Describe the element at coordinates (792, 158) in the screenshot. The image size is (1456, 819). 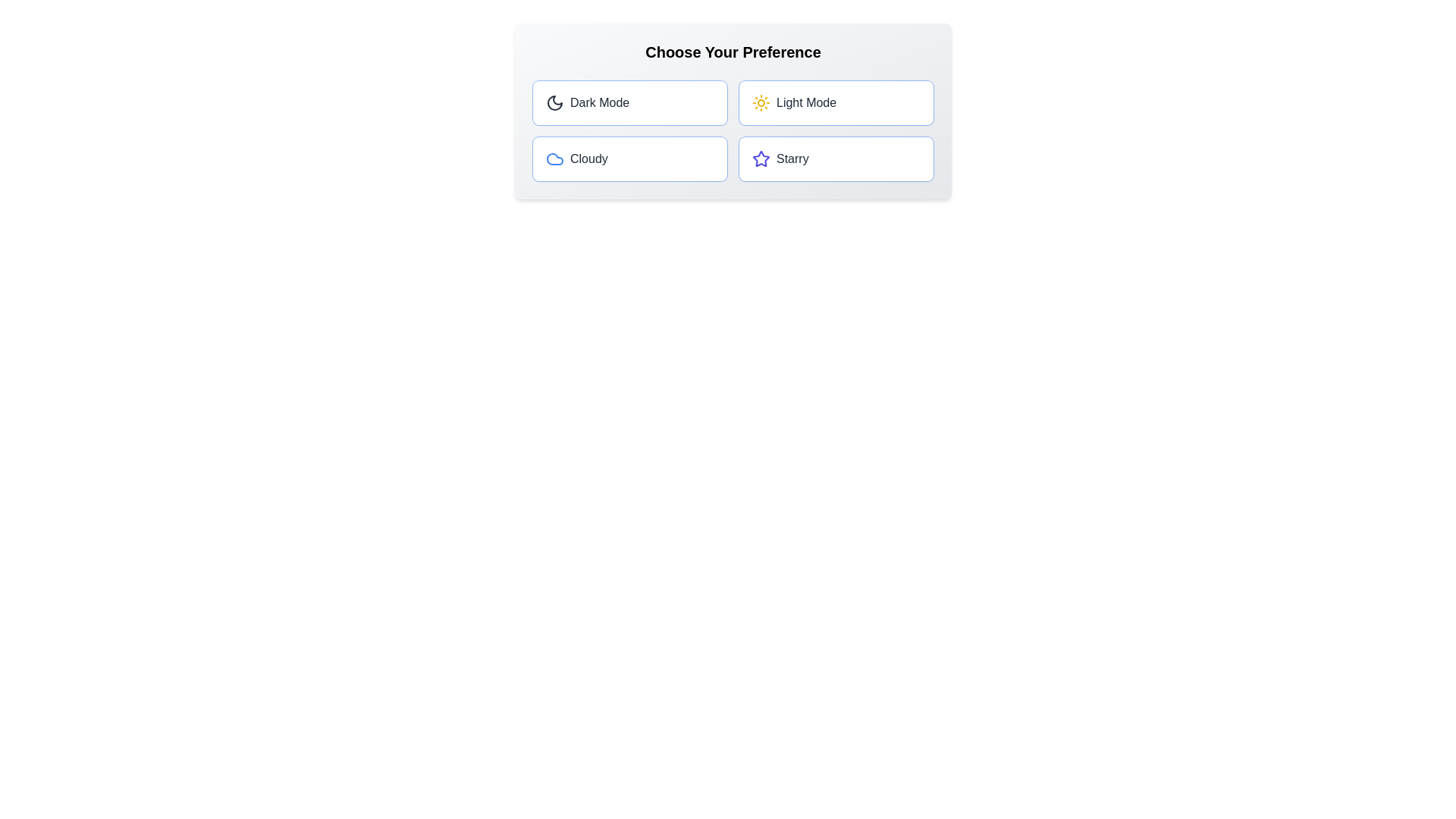
I see `the 'Starry' text label, which is located to the right of the star icon in the bottom-right segment of the options grid` at that location.